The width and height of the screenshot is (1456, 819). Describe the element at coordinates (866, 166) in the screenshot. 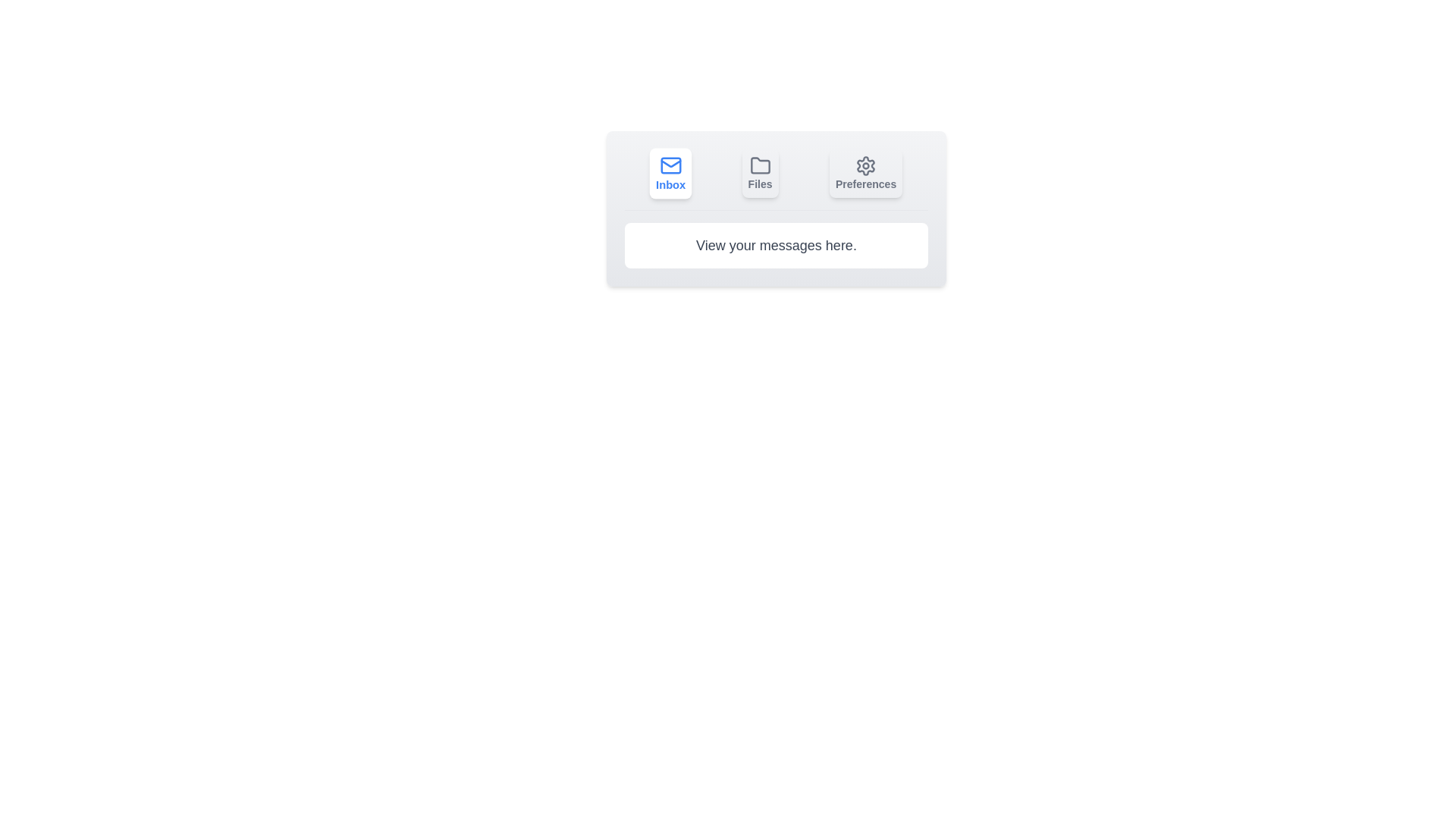

I see `the cogwheel icon button, which represents settings or preferences` at that location.